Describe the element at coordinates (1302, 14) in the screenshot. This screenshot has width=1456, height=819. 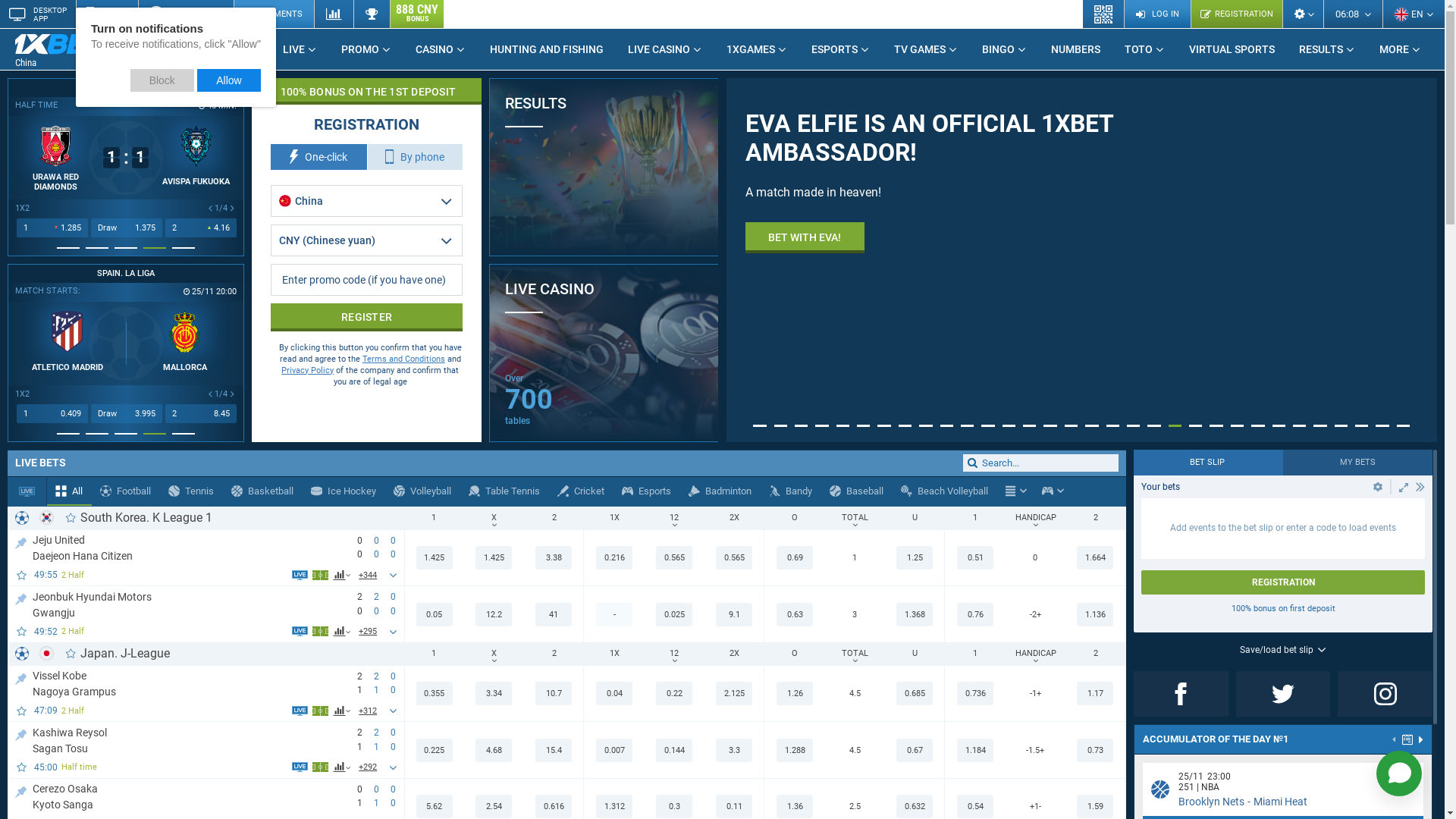
I see `'Settings'` at that location.